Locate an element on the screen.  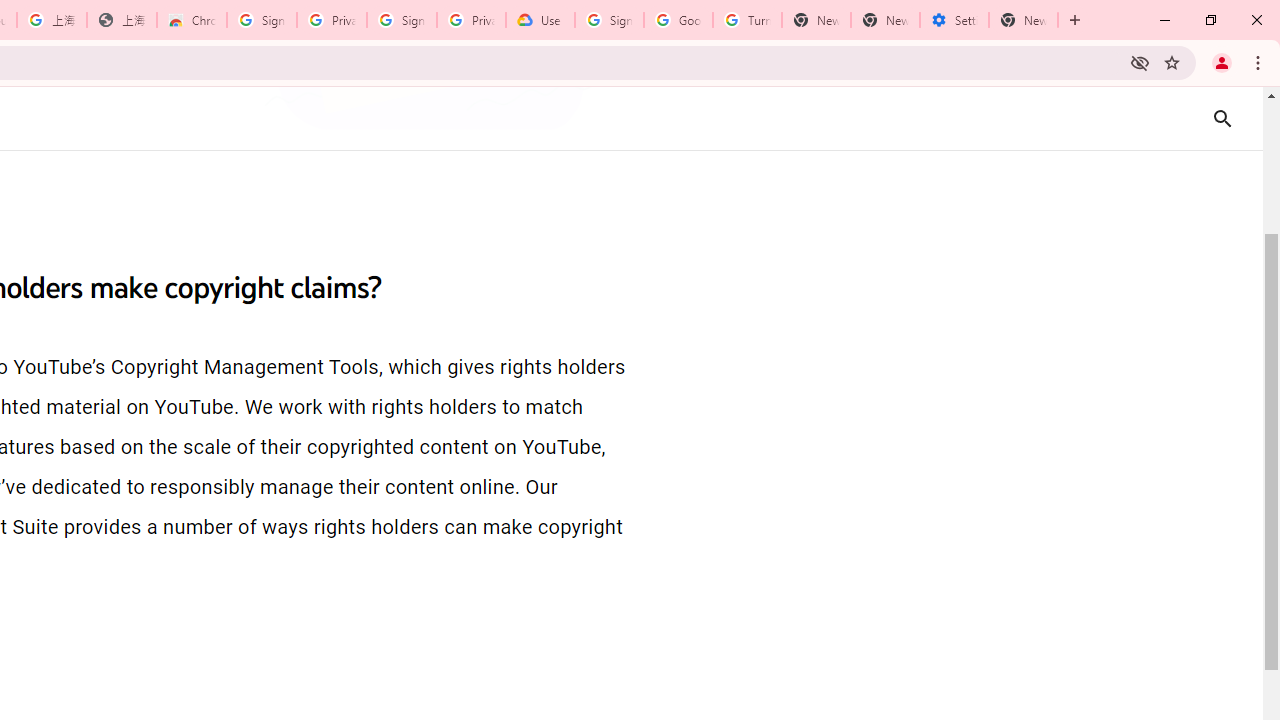
'New Tab' is located at coordinates (1024, 20).